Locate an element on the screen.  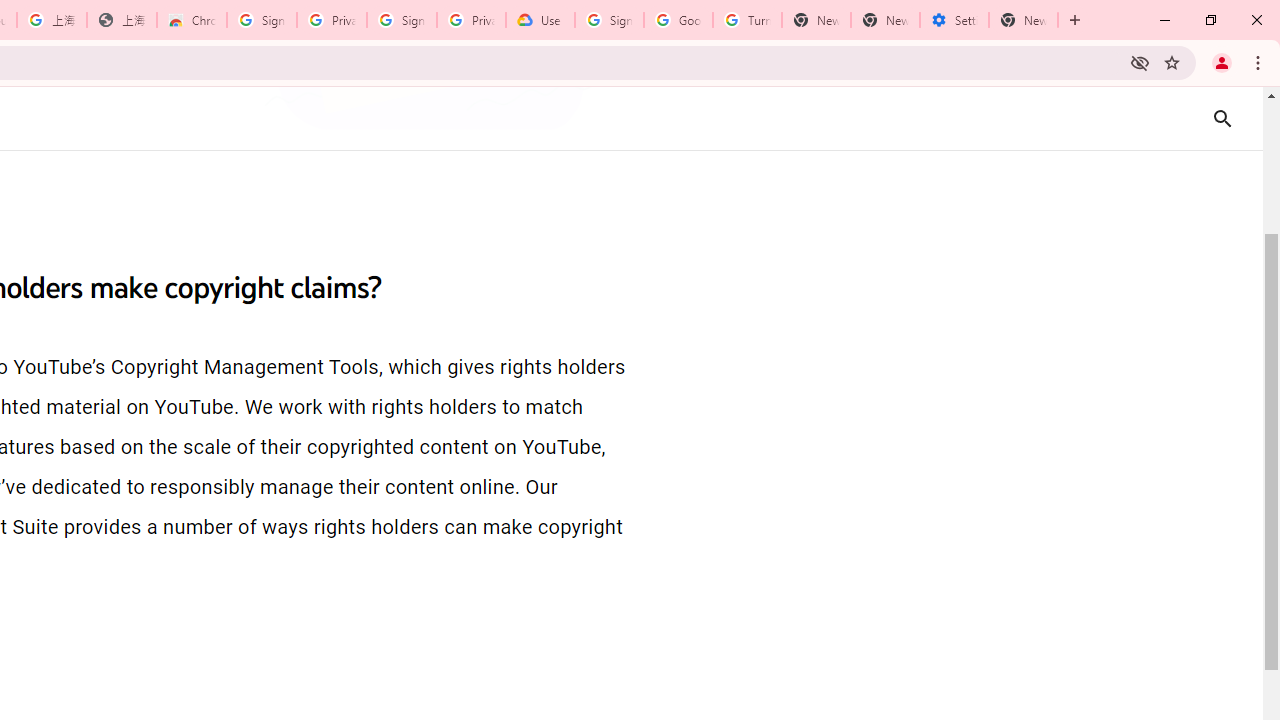
'New Tab' is located at coordinates (1024, 20).